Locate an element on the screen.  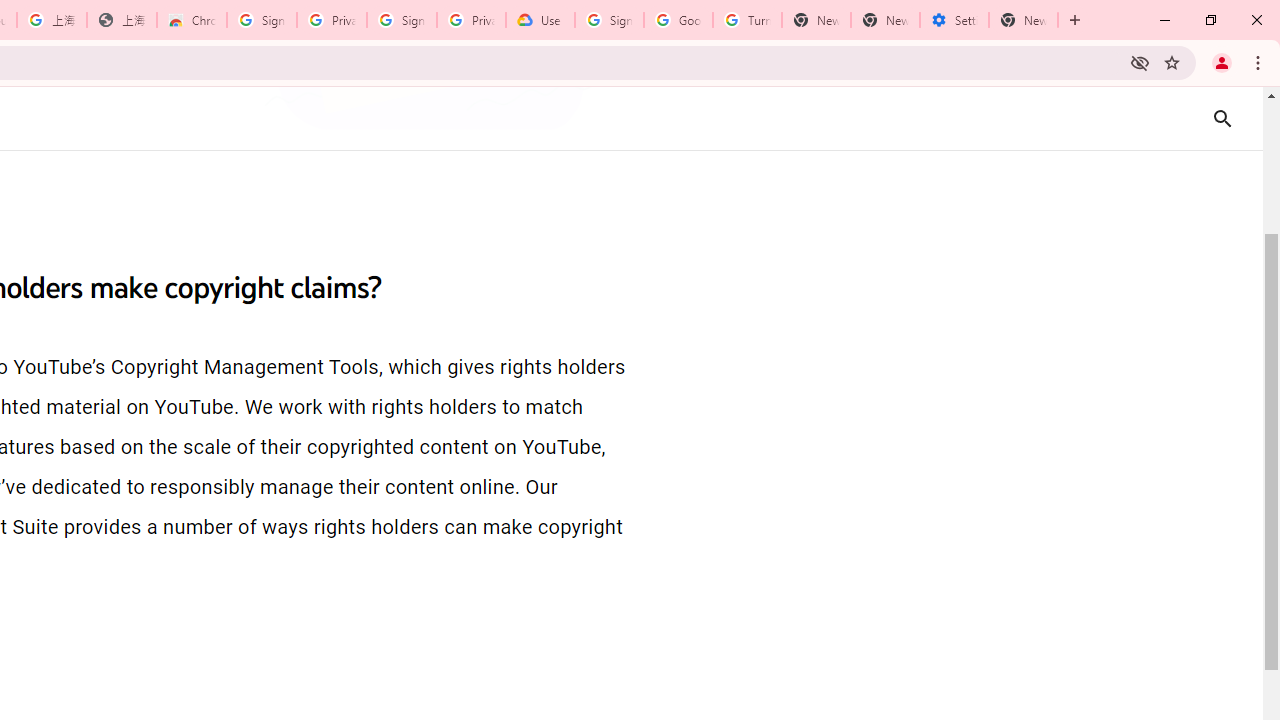
'New Tab' is located at coordinates (1024, 20).